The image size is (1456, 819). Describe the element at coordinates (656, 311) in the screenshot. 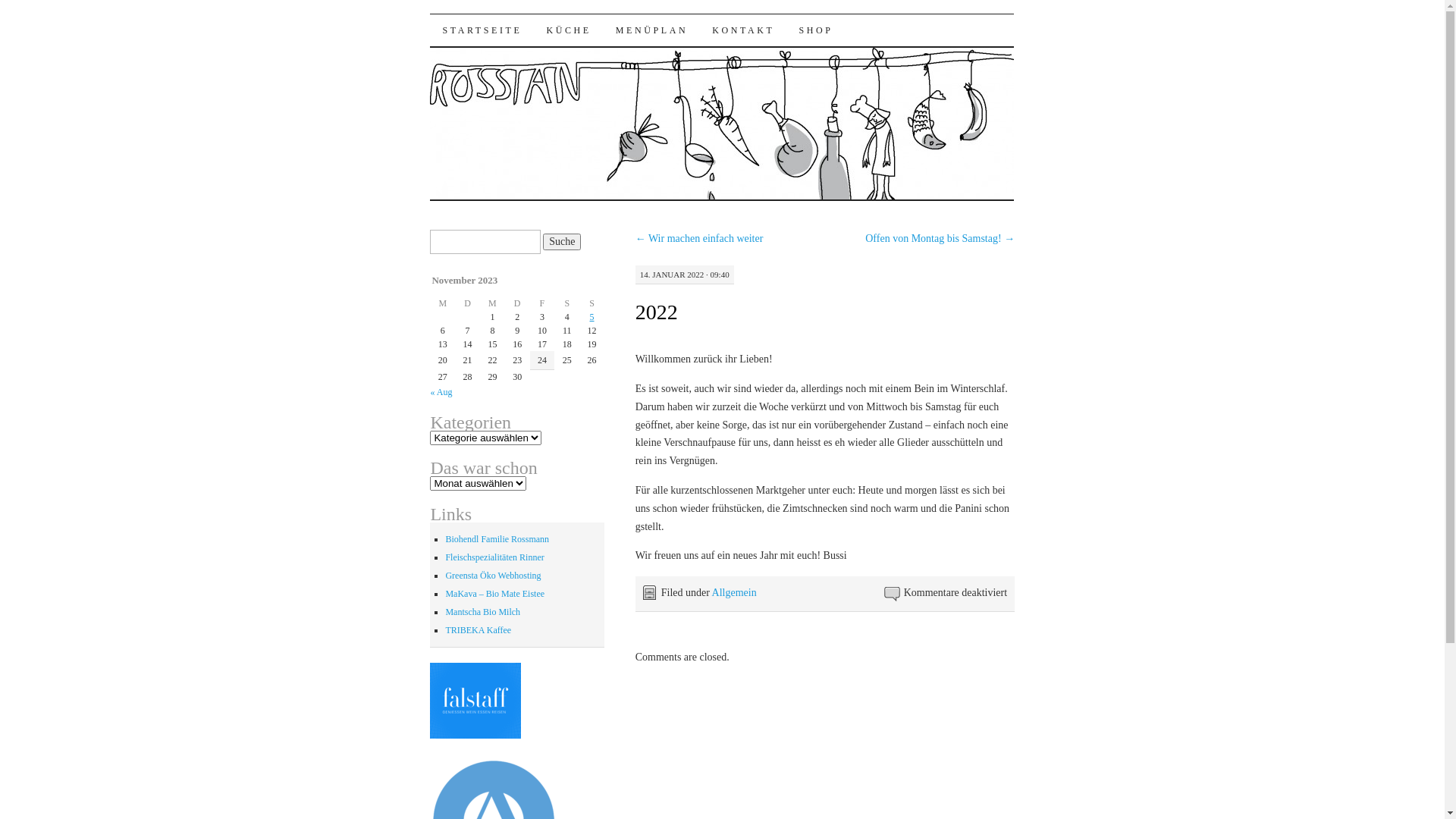

I see `'2022'` at that location.